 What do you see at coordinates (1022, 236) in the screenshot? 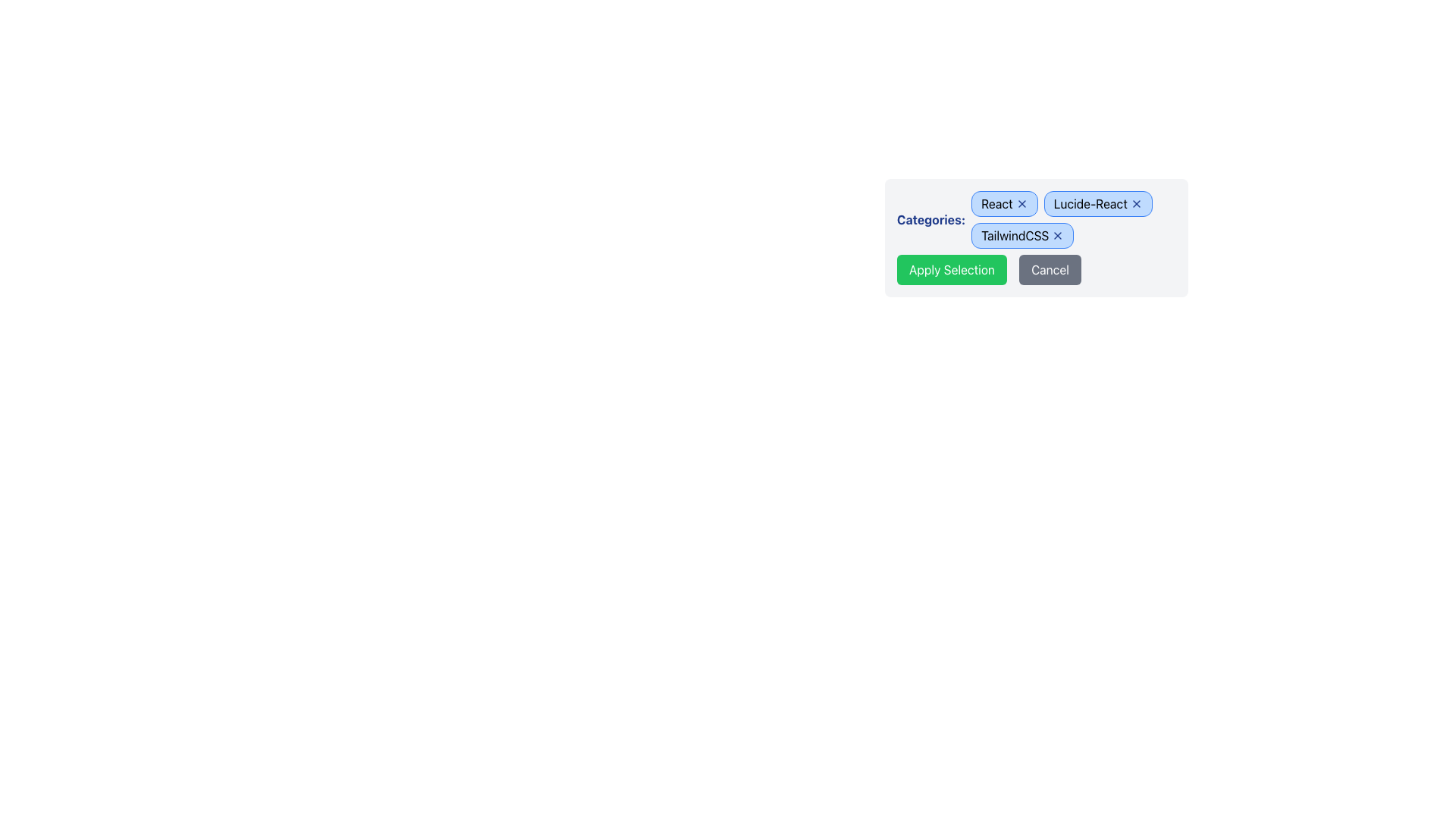
I see `the 'X' icon on the 'TailwindCSS' interactive category pill` at bounding box center [1022, 236].